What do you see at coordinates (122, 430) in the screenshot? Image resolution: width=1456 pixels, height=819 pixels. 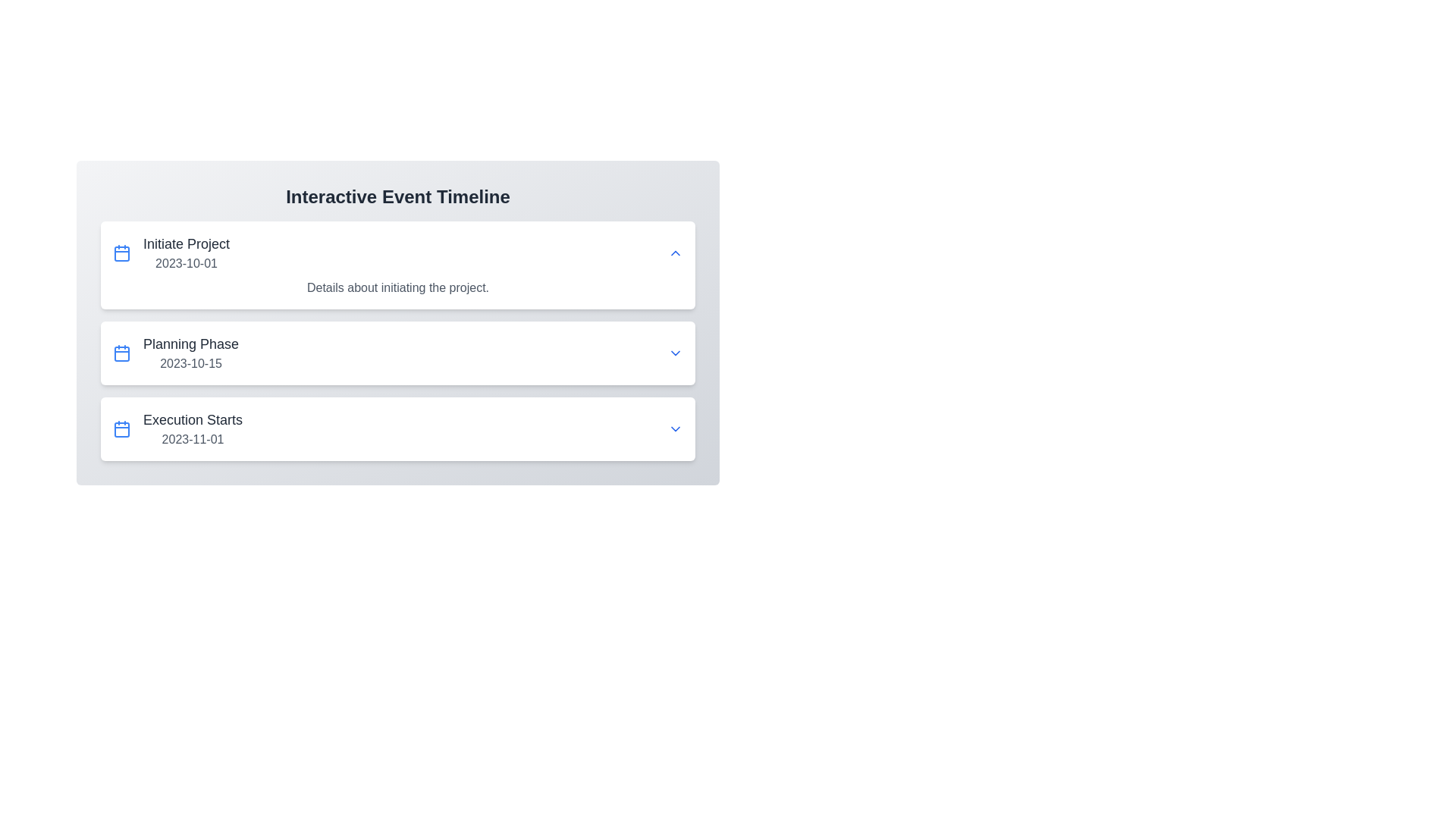 I see `the rectangular SVG graphical component styled as part of a calendar icon on the left side of the first entry in the timeline interface` at bounding box center [122, 430].